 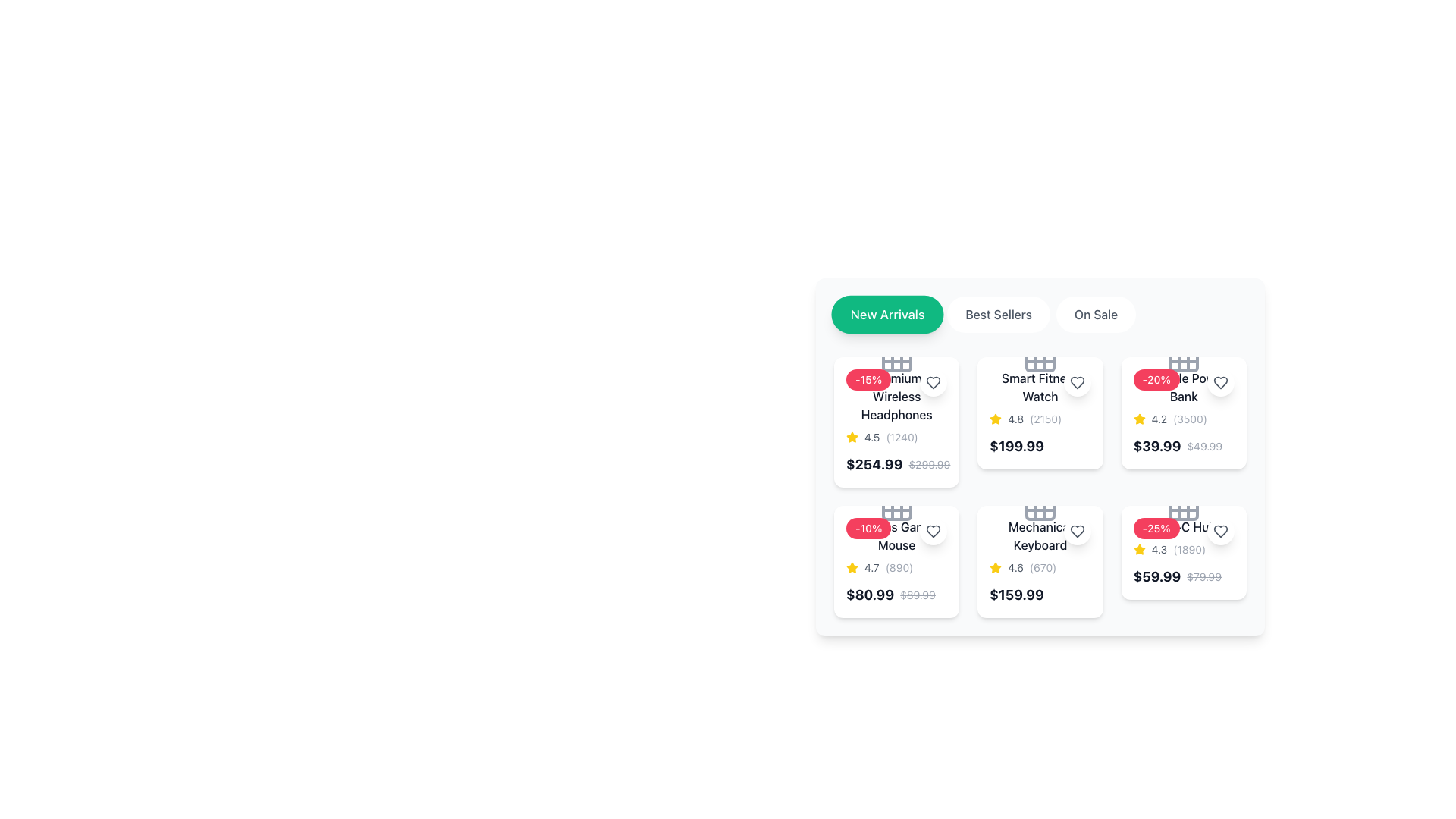 I want to click on the text label indicating a count or rating '(1240)', which is styled in gray and positioned to the right of the '4.5' text and star icon, forming part of the rating display, so click(x=902, y=438).